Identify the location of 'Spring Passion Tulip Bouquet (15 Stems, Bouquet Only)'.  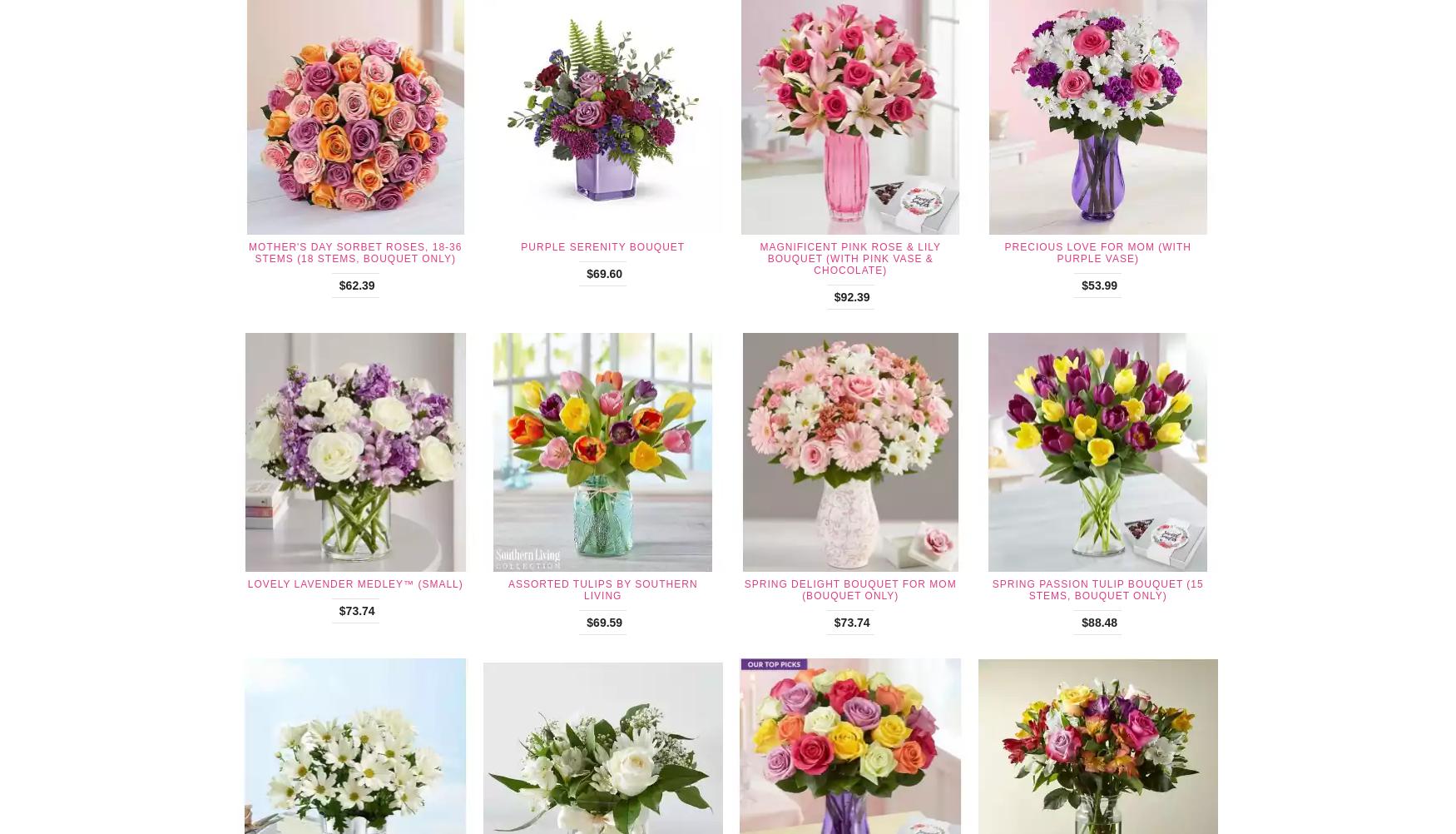
(1097, 590).